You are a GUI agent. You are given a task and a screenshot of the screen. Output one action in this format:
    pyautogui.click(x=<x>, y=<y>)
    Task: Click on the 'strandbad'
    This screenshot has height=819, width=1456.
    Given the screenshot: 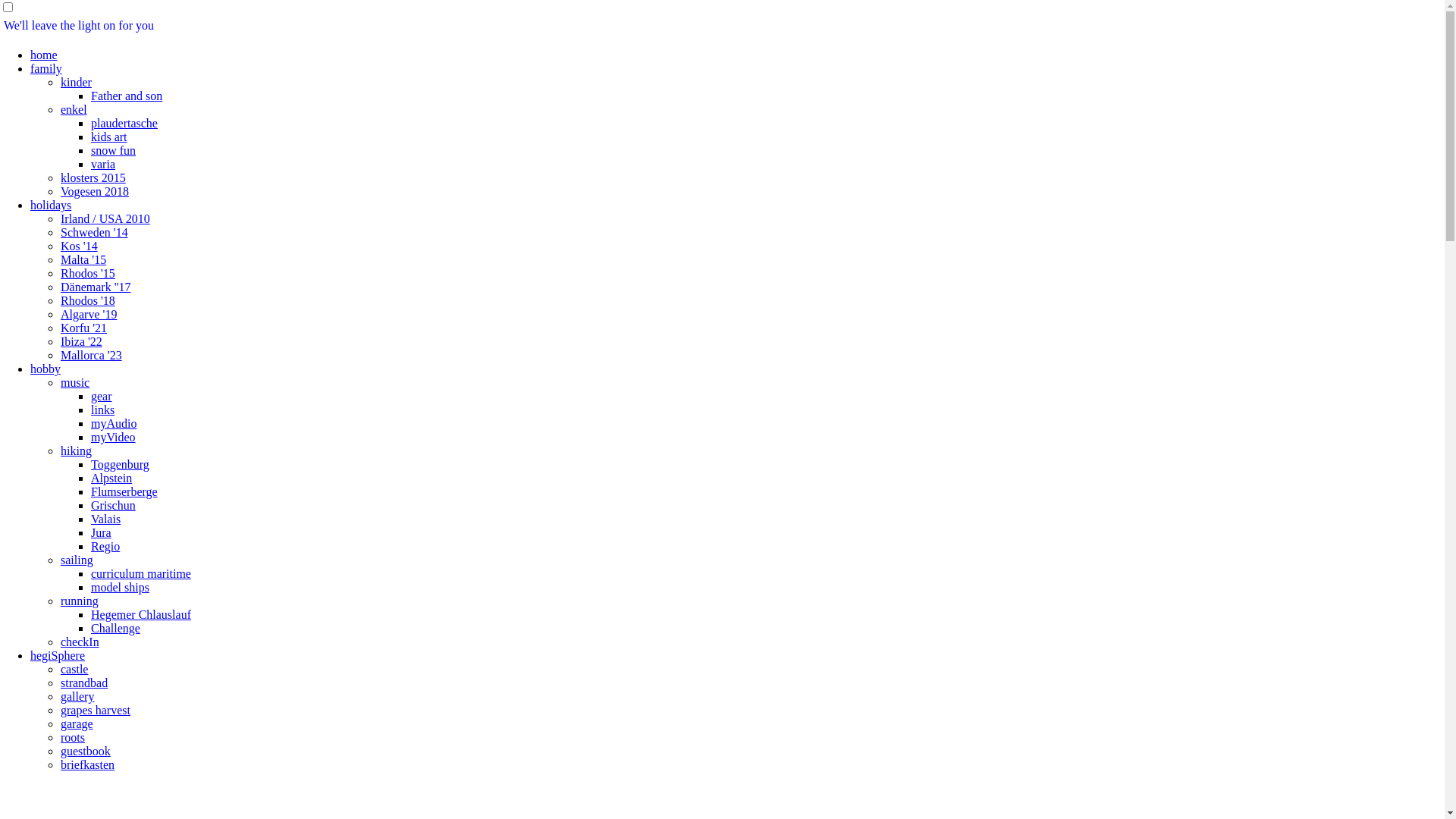 What is the action you would take?
    pyautogui.click(x=83, y=682)
    